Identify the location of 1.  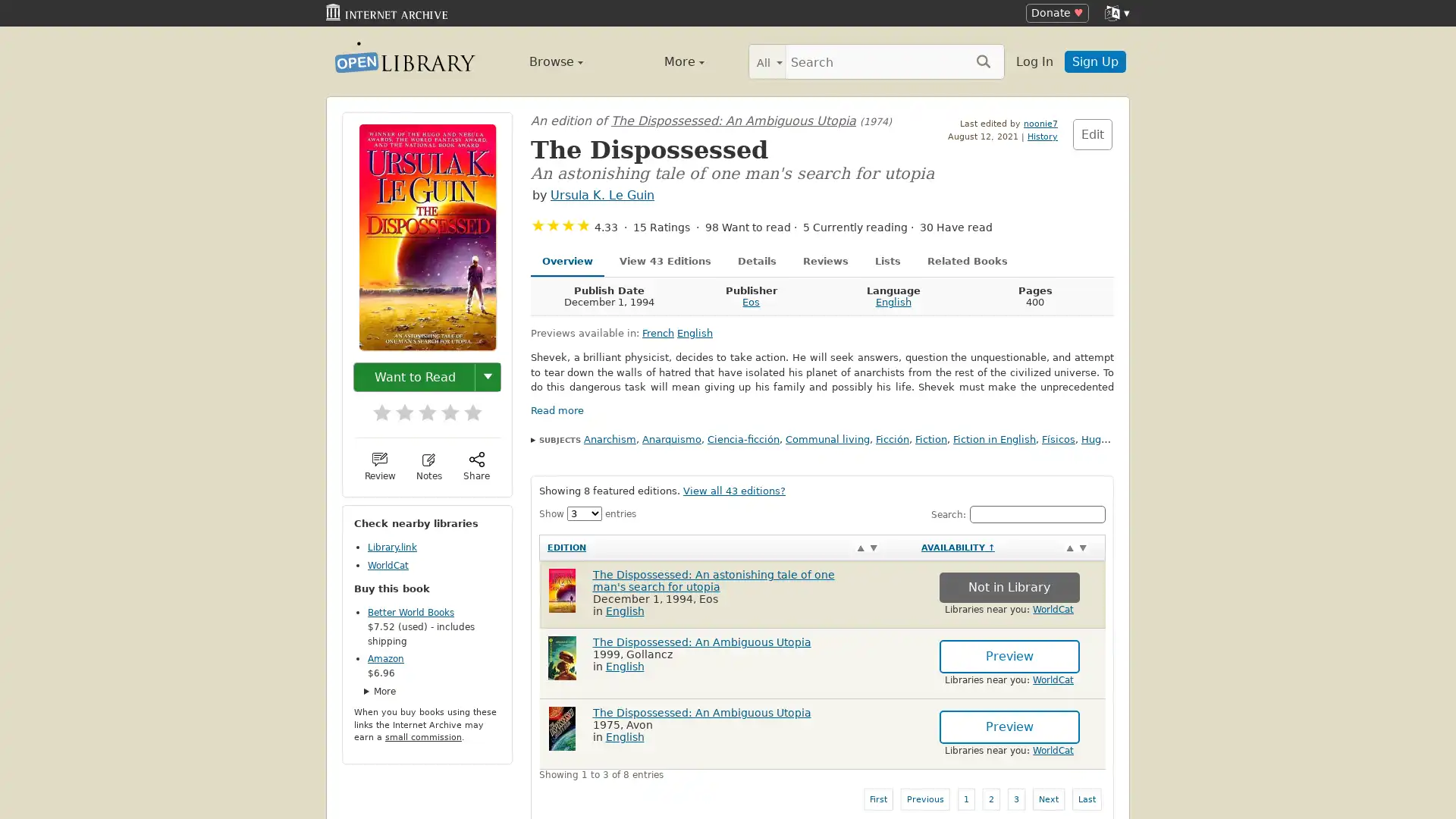
(375, 406).